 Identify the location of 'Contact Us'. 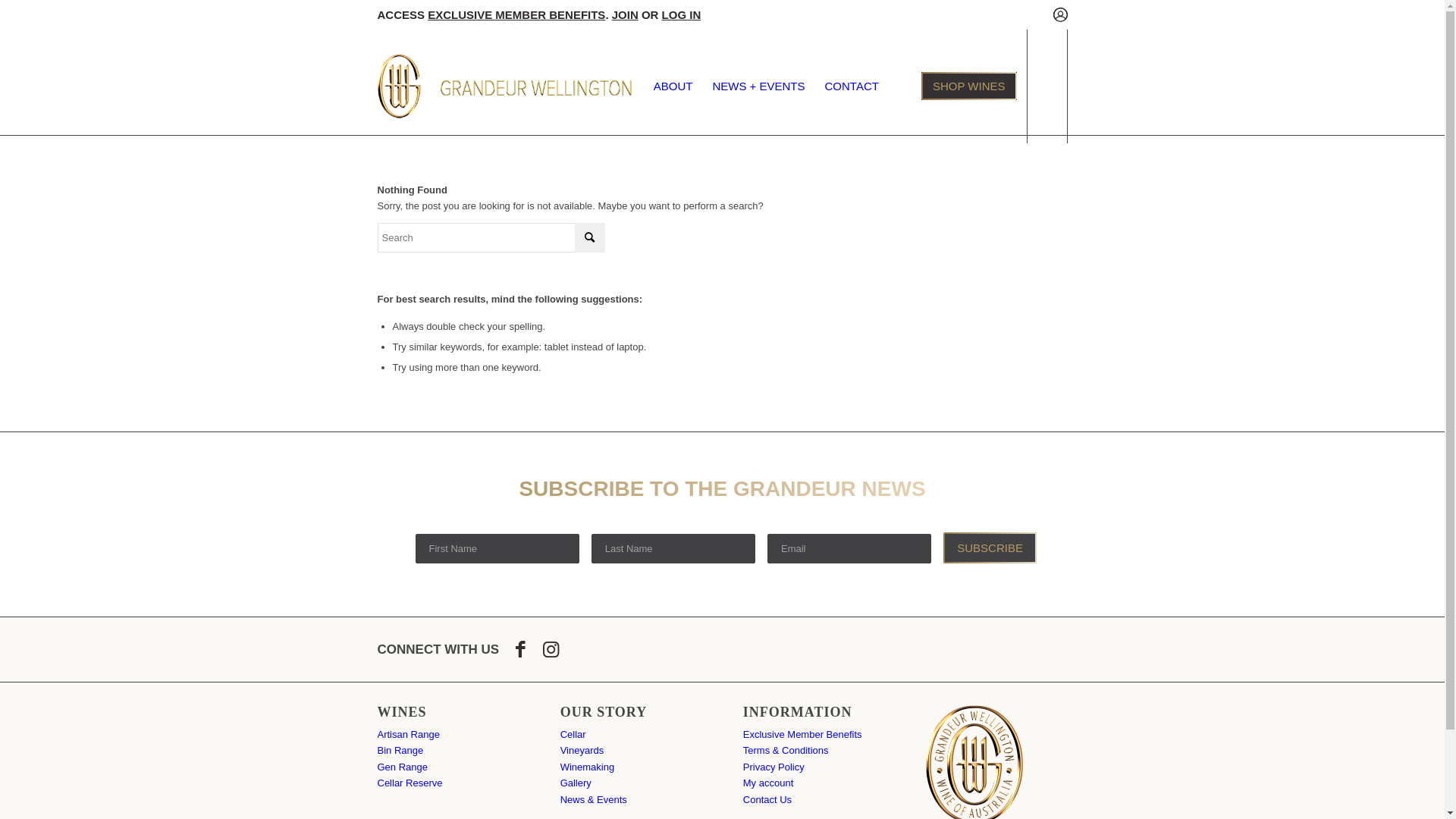
(767, 799).